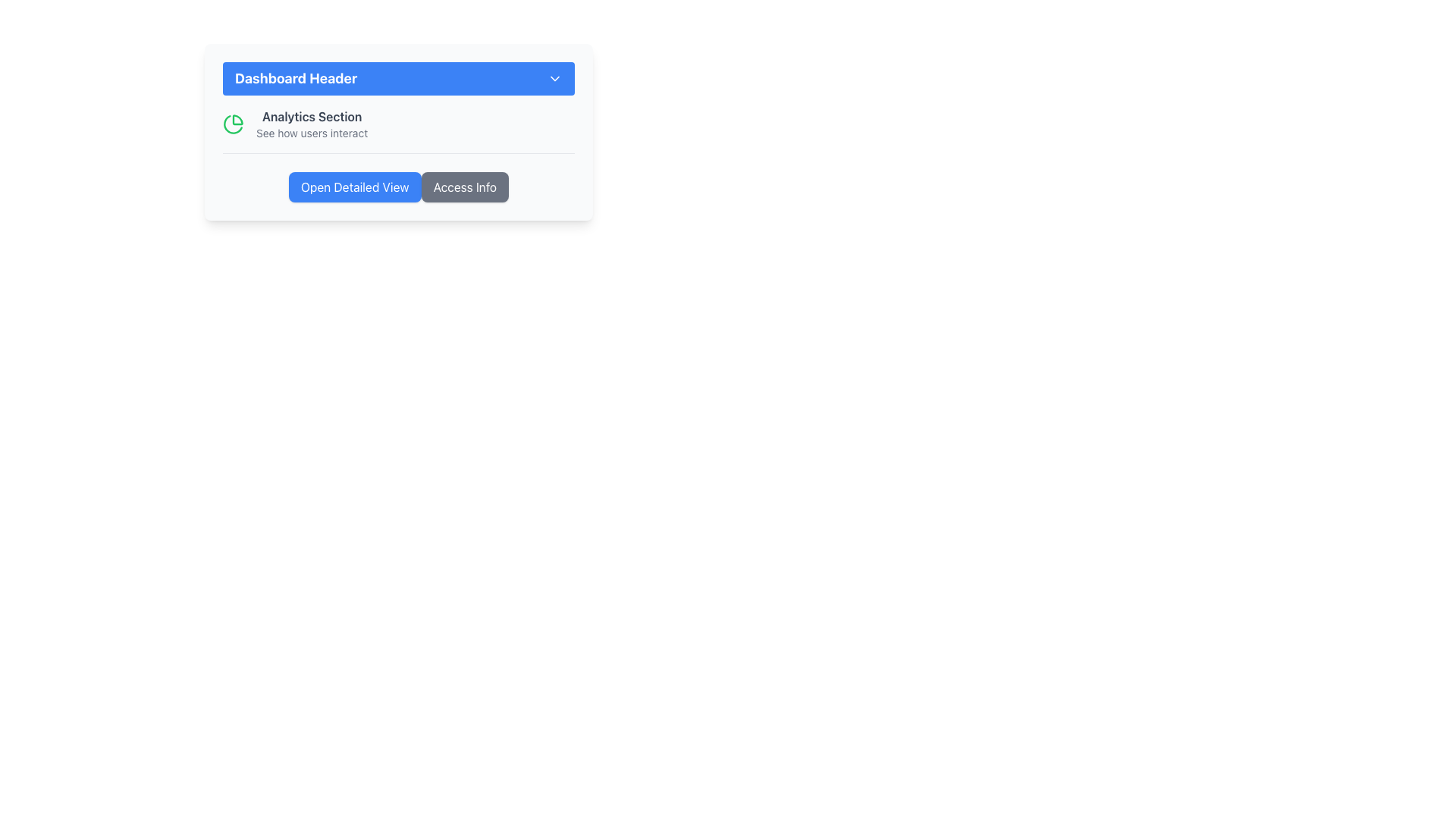  What do you see at coordinates (464, 186) in the screenshot?
I see `the 'Access Info' button, which is a gray button with rounded corners and white text, positioned to the right of the 'Open Detailed View' button` at bounding box center [464, 186].